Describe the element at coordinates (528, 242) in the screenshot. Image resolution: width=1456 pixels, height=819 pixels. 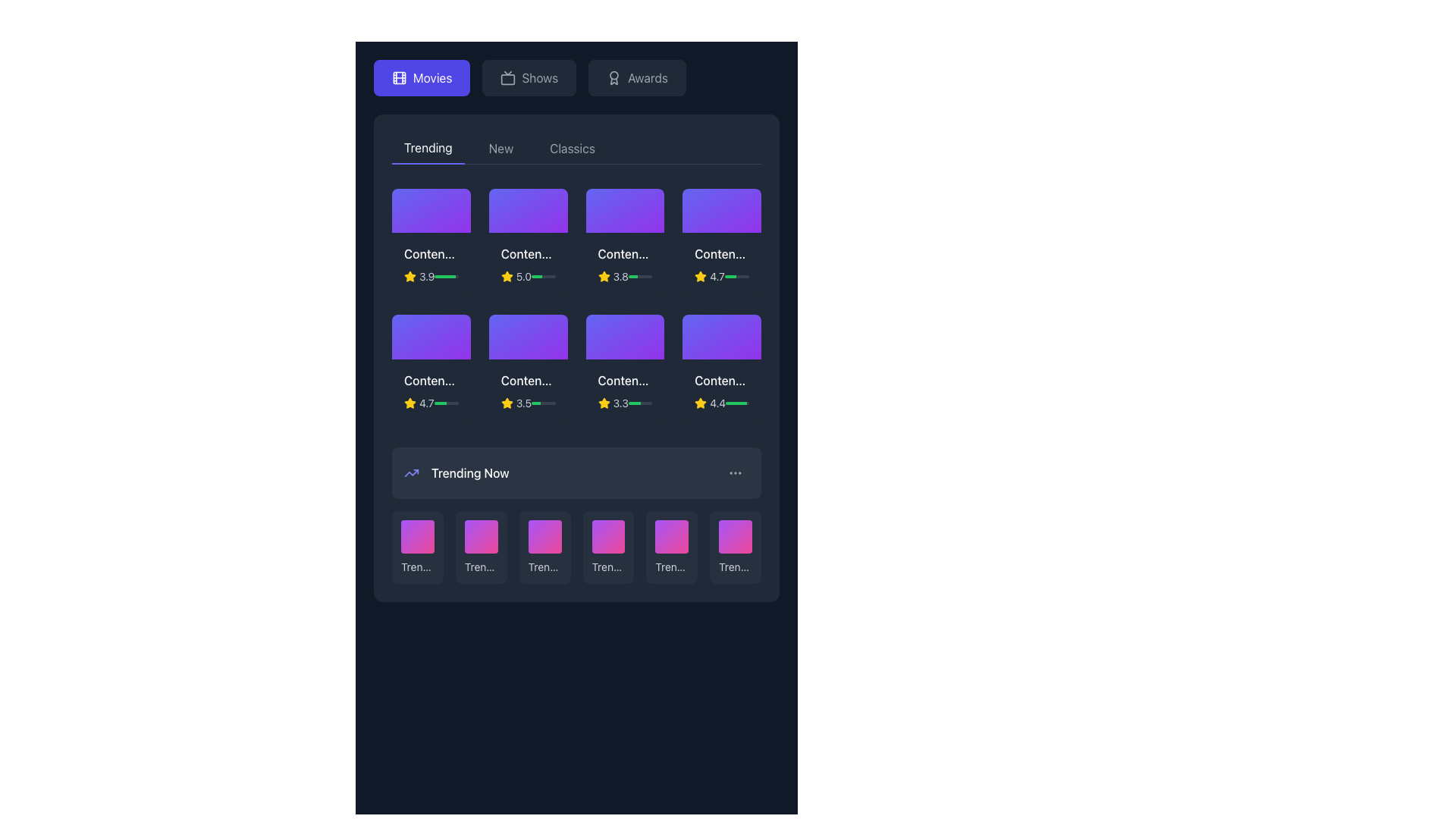
I see `the second content card tile in the top row of the 'Trending' section` at that location.